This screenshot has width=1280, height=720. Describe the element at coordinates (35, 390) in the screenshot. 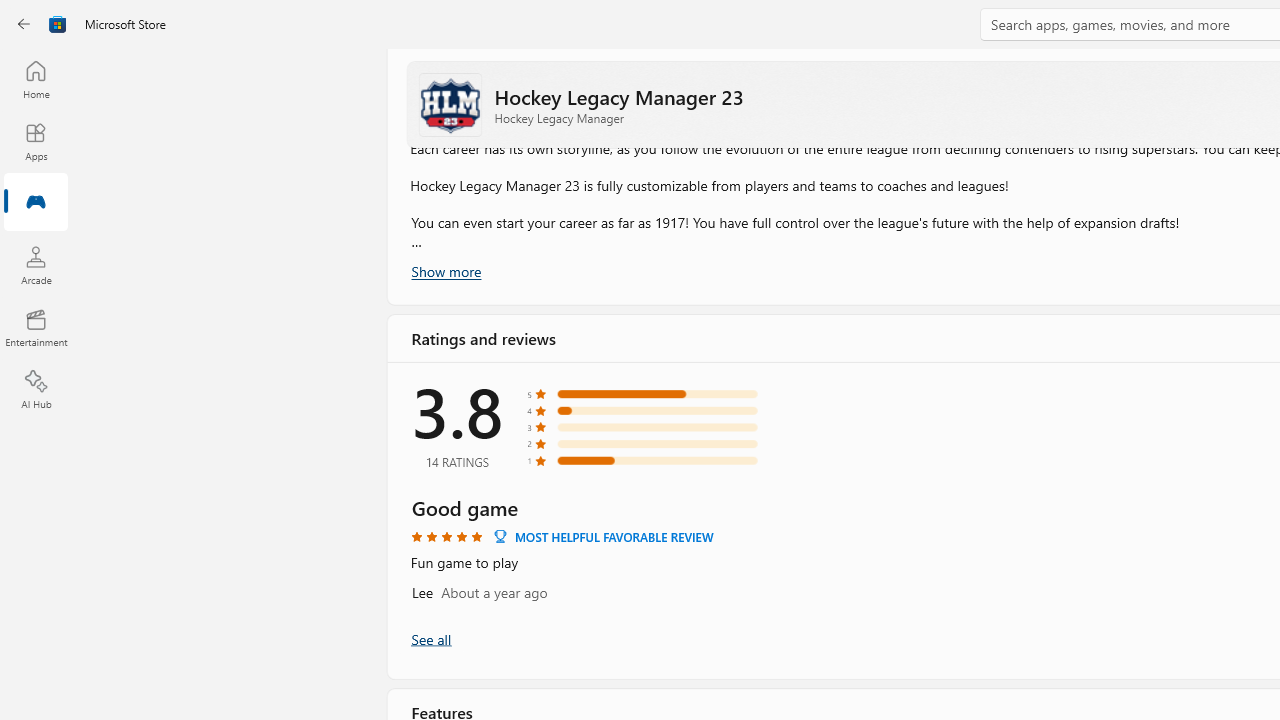

I see `'AI Hub'` at that location.